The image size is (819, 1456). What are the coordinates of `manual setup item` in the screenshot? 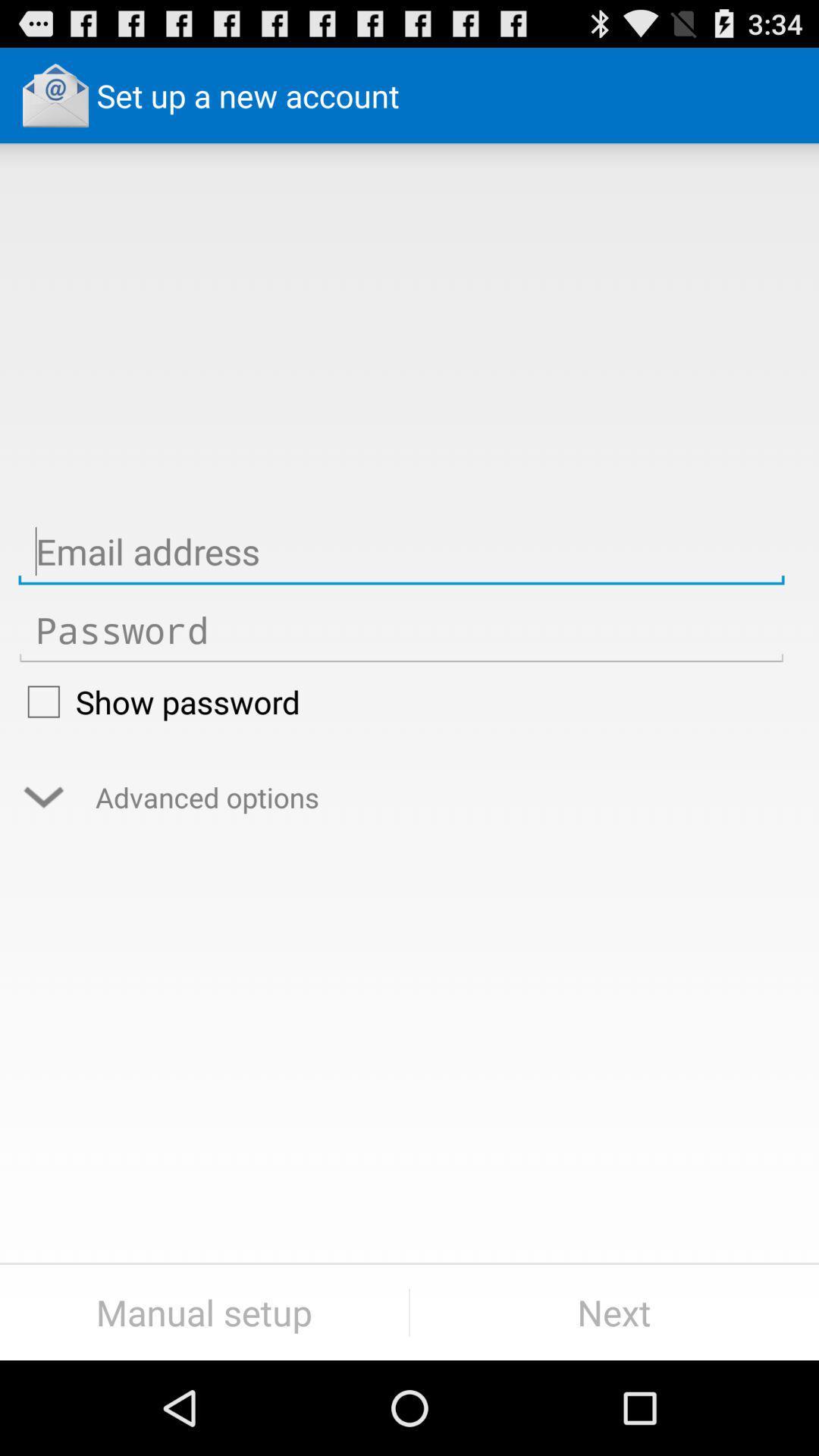 It's located at (203, 1312).